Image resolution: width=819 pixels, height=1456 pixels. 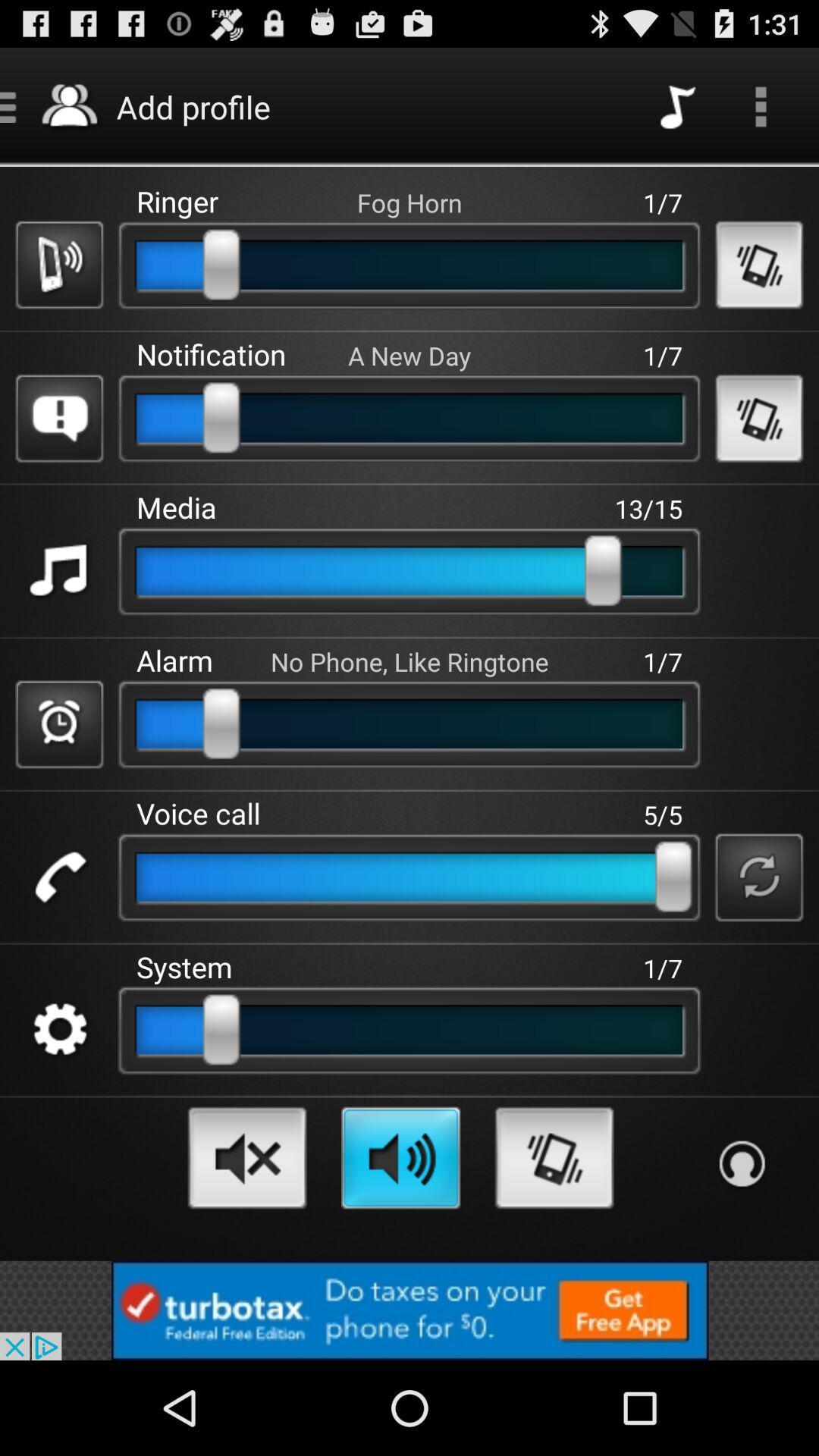 I want to click on voice call volume option, so click(x=58, y=877).